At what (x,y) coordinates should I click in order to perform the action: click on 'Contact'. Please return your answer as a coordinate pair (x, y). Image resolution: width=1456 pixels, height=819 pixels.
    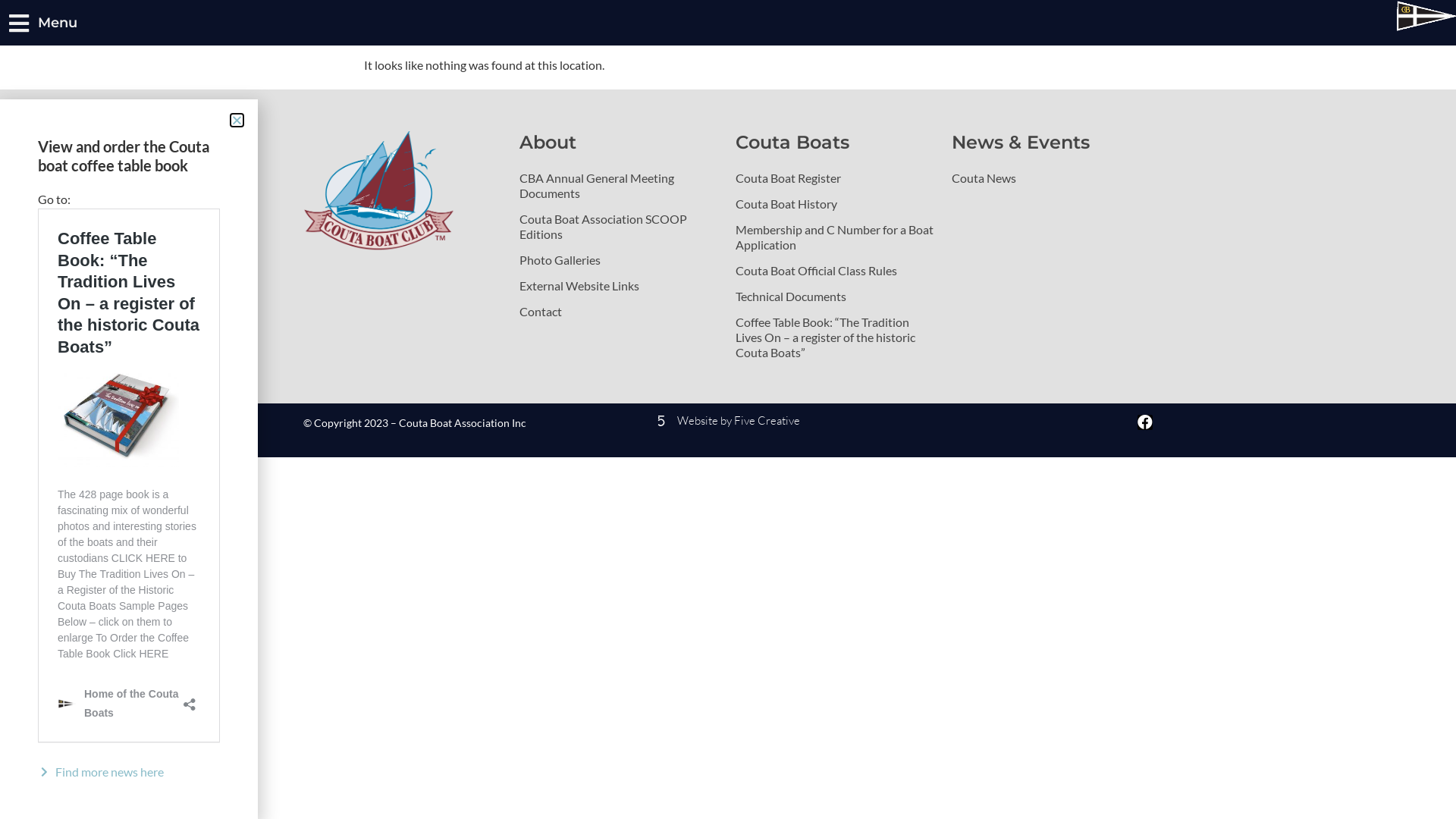
    Looking at the image, I should click on (620, 311).